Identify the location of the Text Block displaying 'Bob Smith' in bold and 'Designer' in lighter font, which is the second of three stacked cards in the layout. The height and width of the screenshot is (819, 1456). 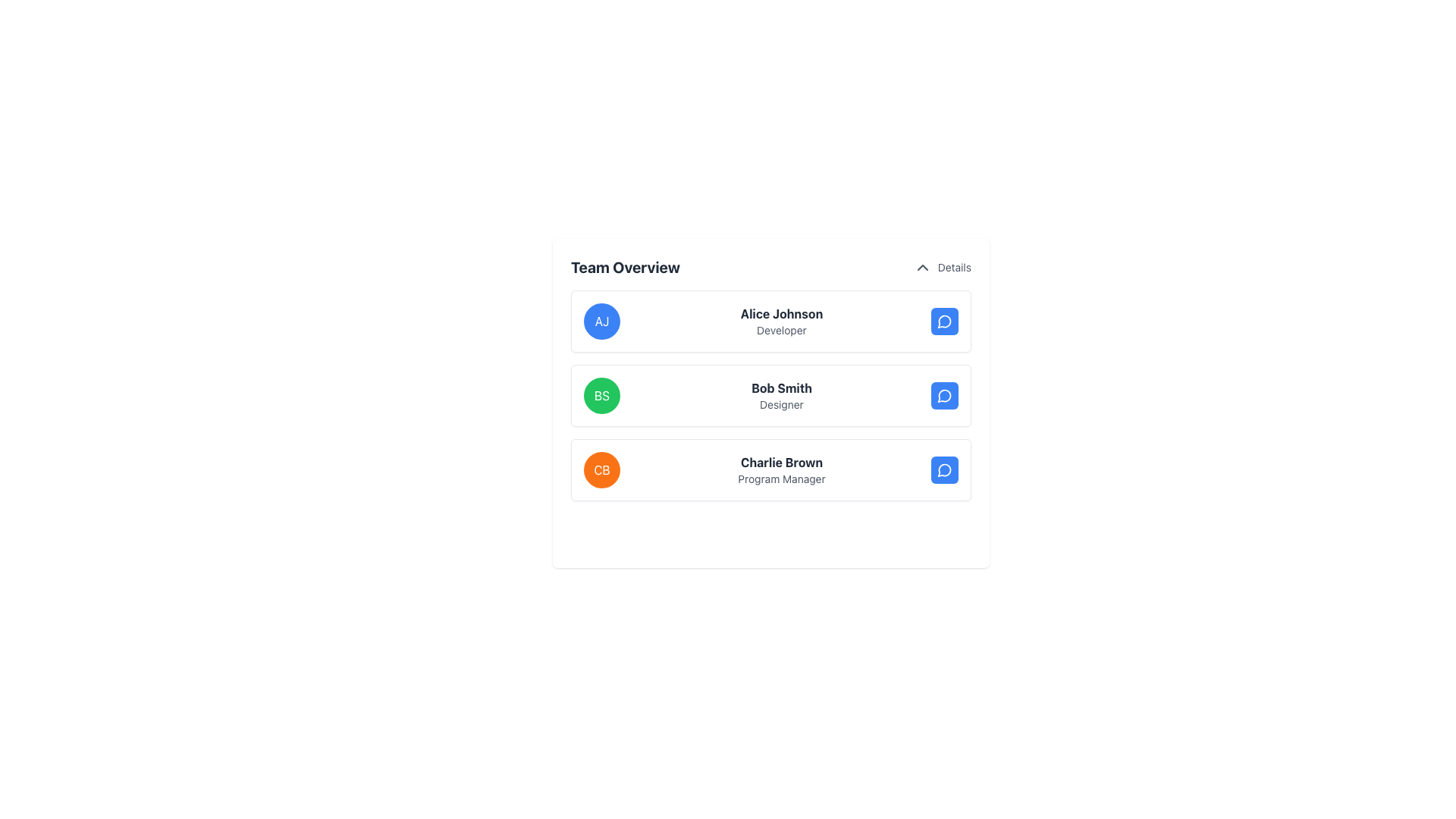
(782, 394).